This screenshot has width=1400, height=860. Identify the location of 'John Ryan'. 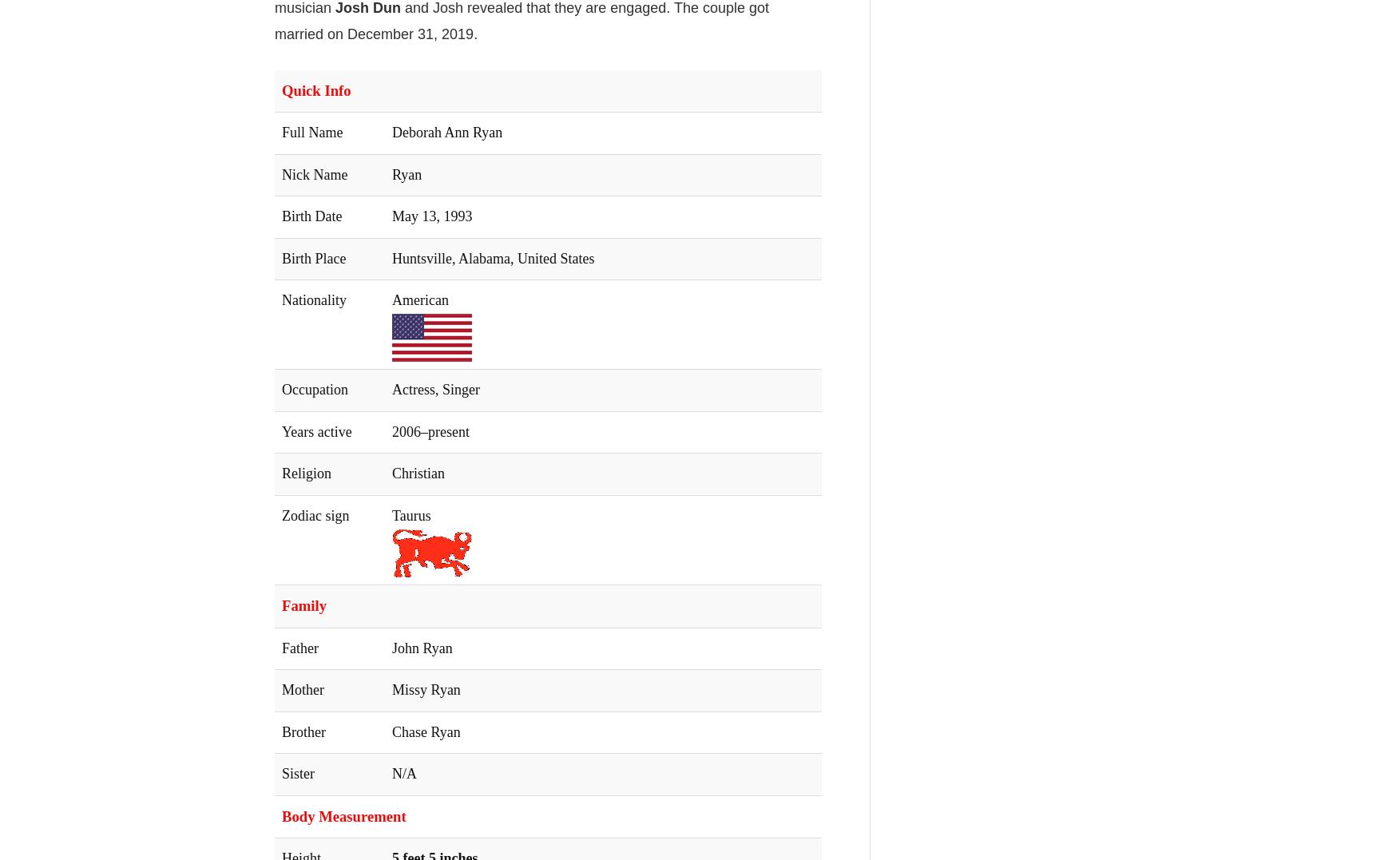
(422, 647).